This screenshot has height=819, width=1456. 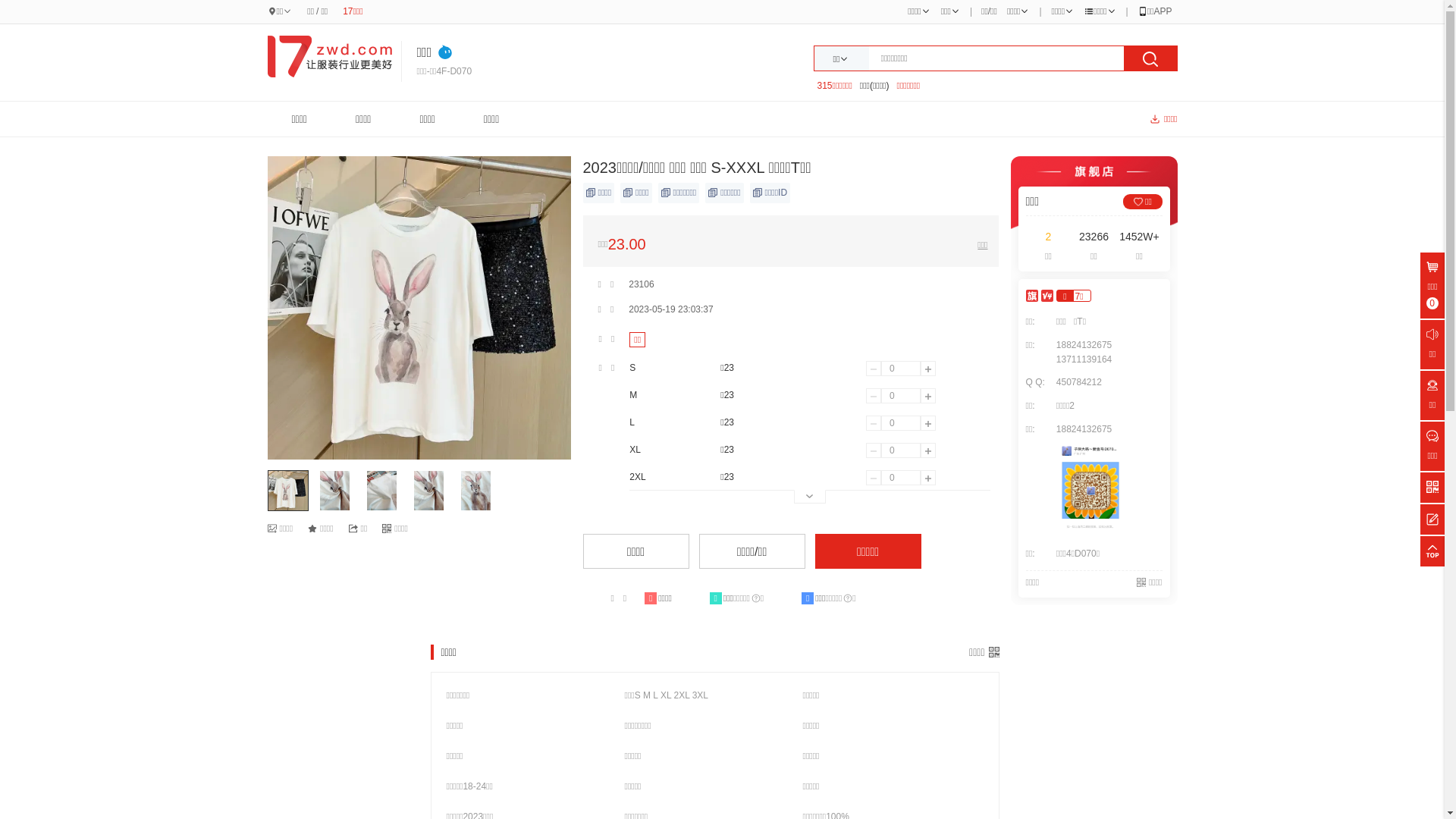 I want to click on '13711139164', so click(x=1051, y=359).